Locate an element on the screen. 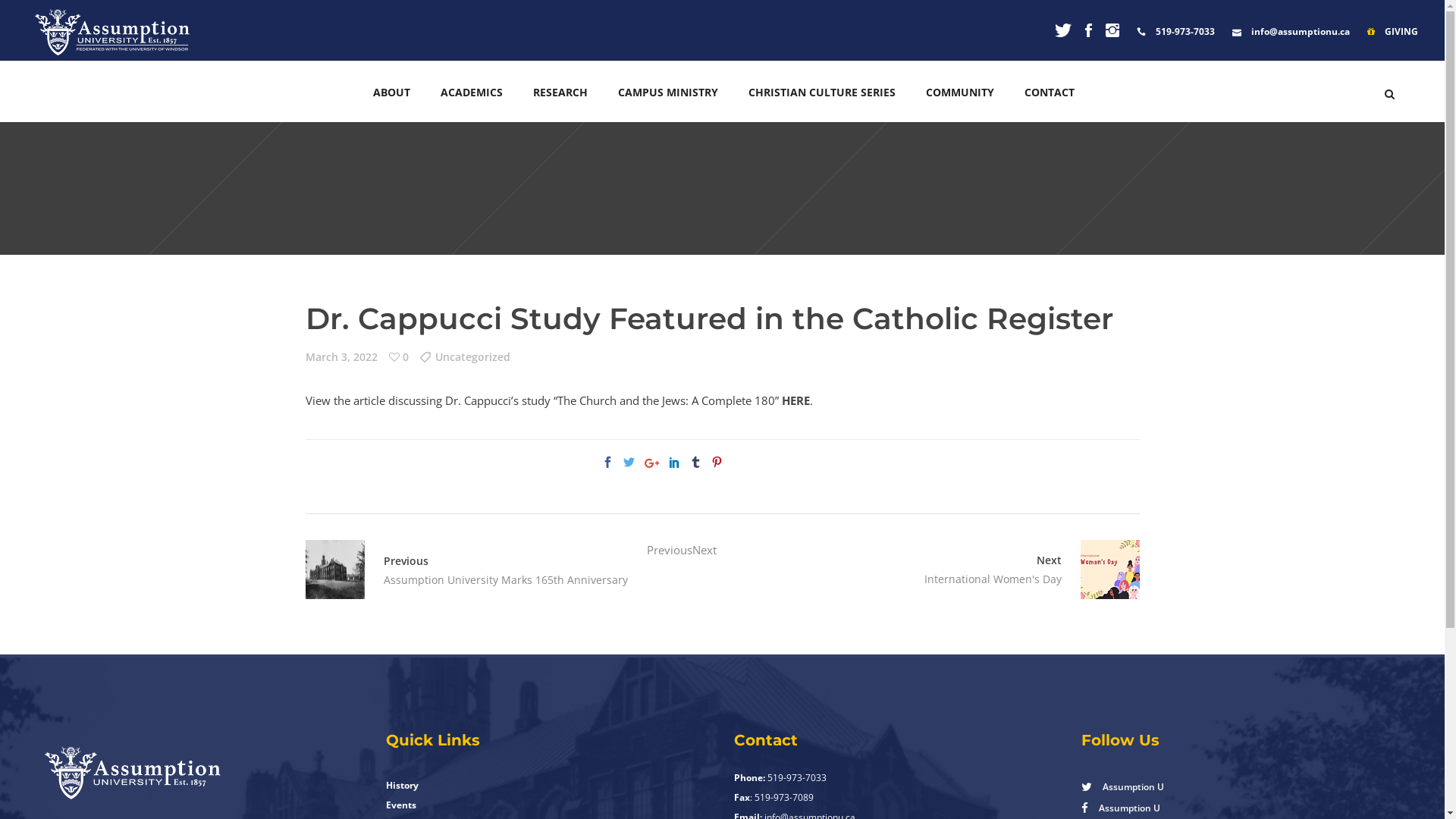 Image resolution: width=1456 pixels, height=819 pixels. 'CAMPUS MINISTRY' is located at coordinates (602, 91).